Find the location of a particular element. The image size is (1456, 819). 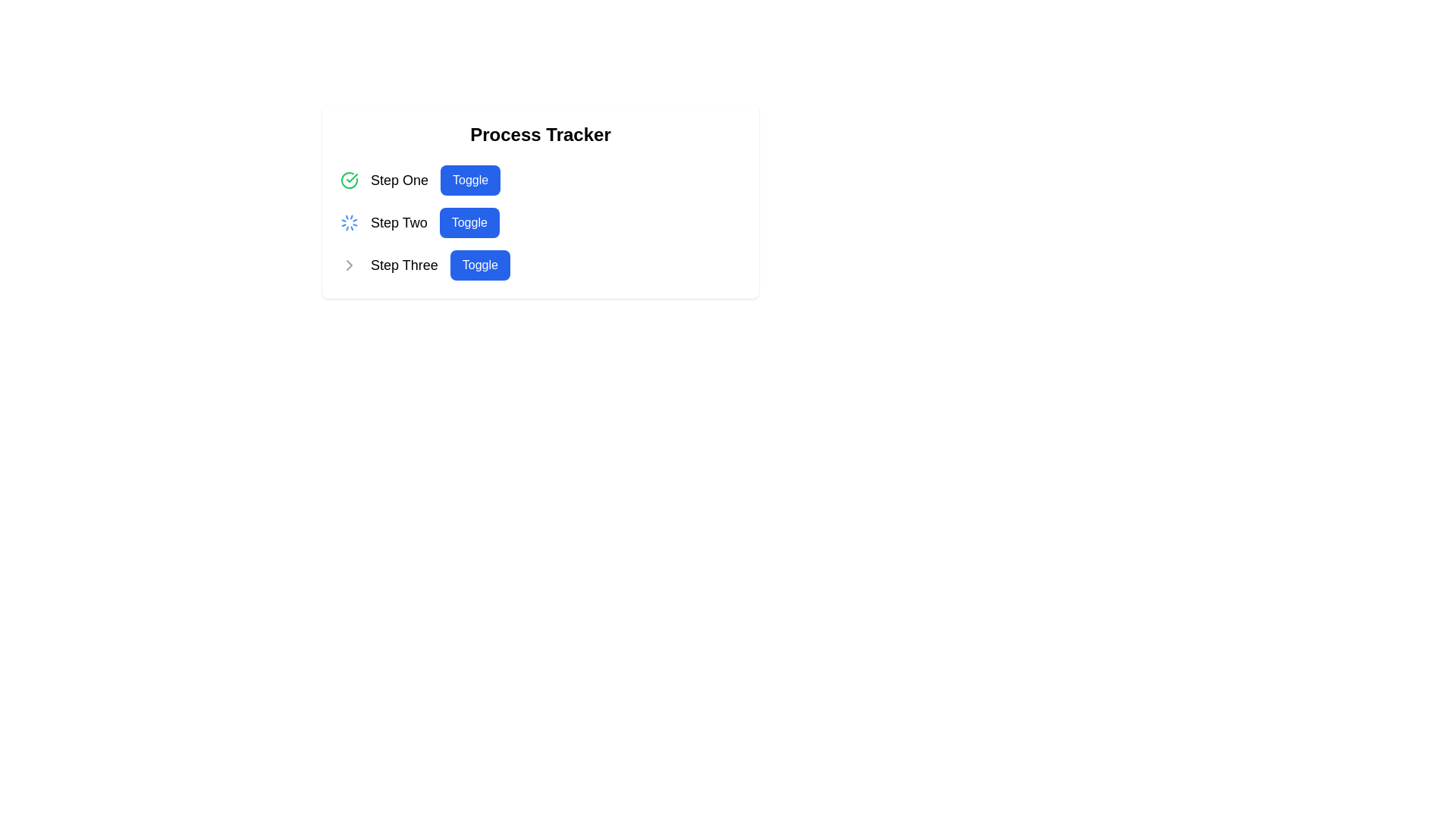

the checkmark icon indicating the completion of Step One in the process tracker is located at coordinates (348, 180).